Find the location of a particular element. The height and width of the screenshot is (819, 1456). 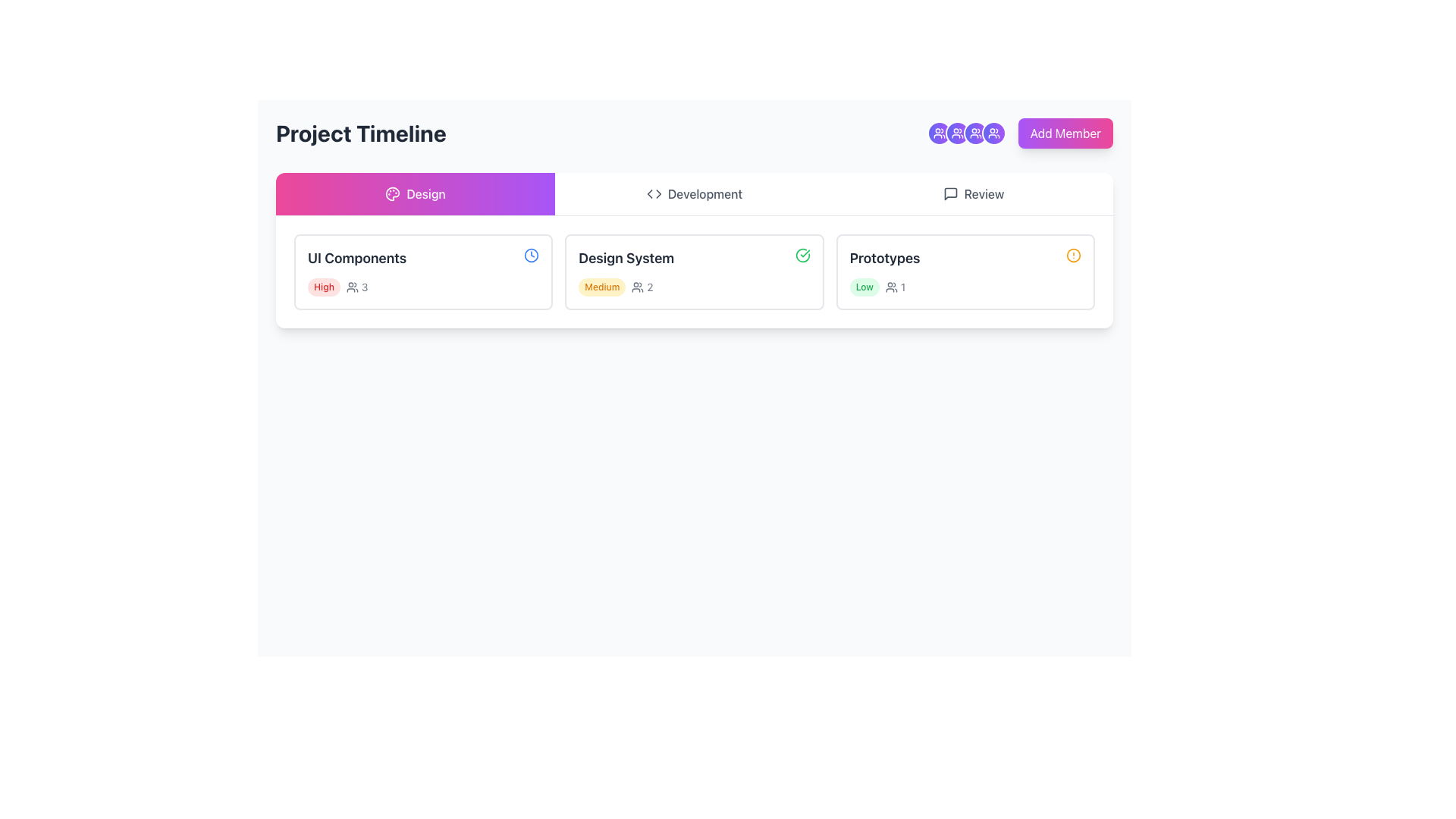

the Text Label located at the top section of the card under the 'Design' tab, positioned to the left next to a small icon is located at coordinates (356, 257).